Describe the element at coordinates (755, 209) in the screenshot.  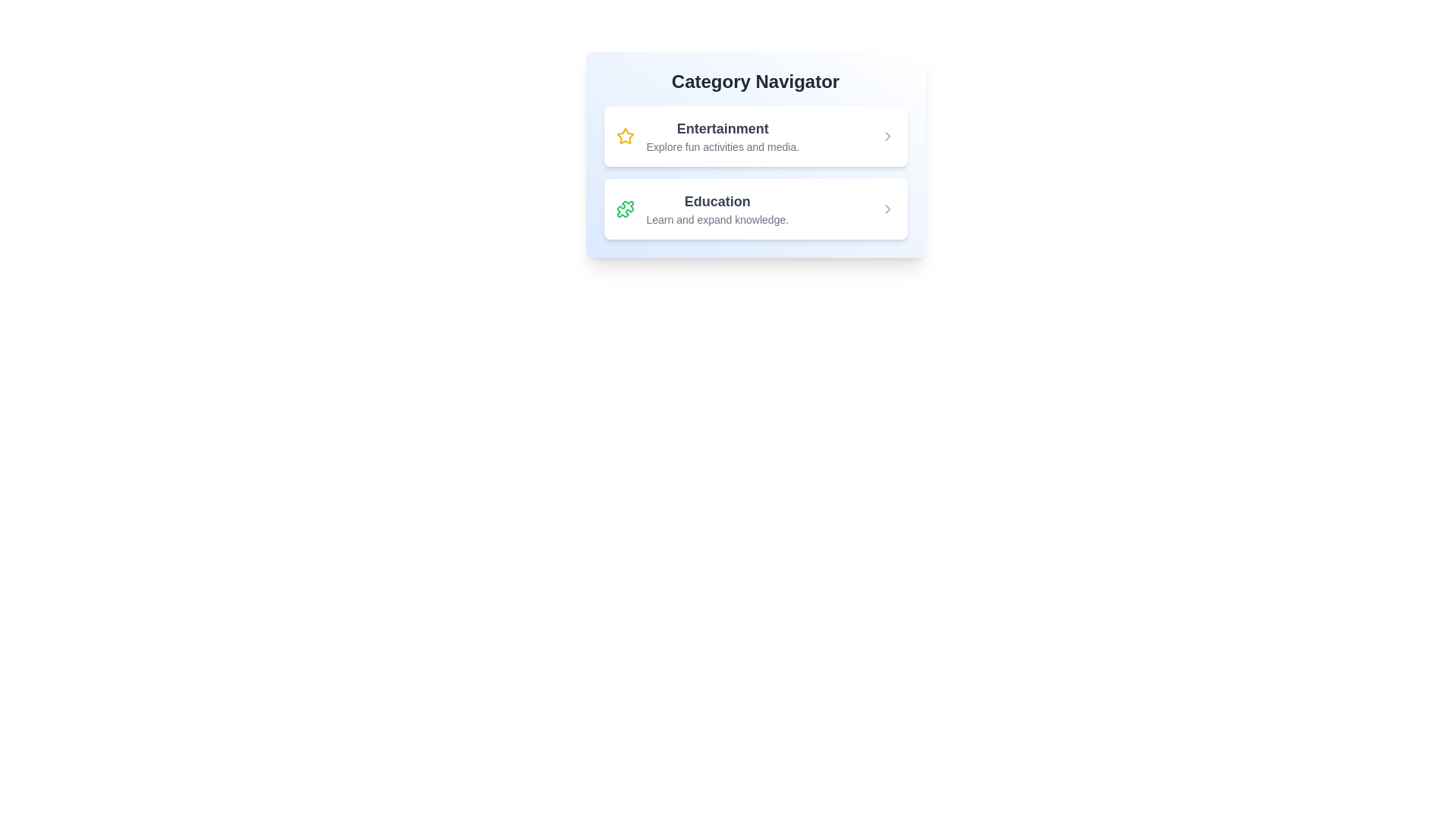
I see `the 'Education' button-like card located below the 'Entertainment' card in the 'Category Navigator'` at that location.